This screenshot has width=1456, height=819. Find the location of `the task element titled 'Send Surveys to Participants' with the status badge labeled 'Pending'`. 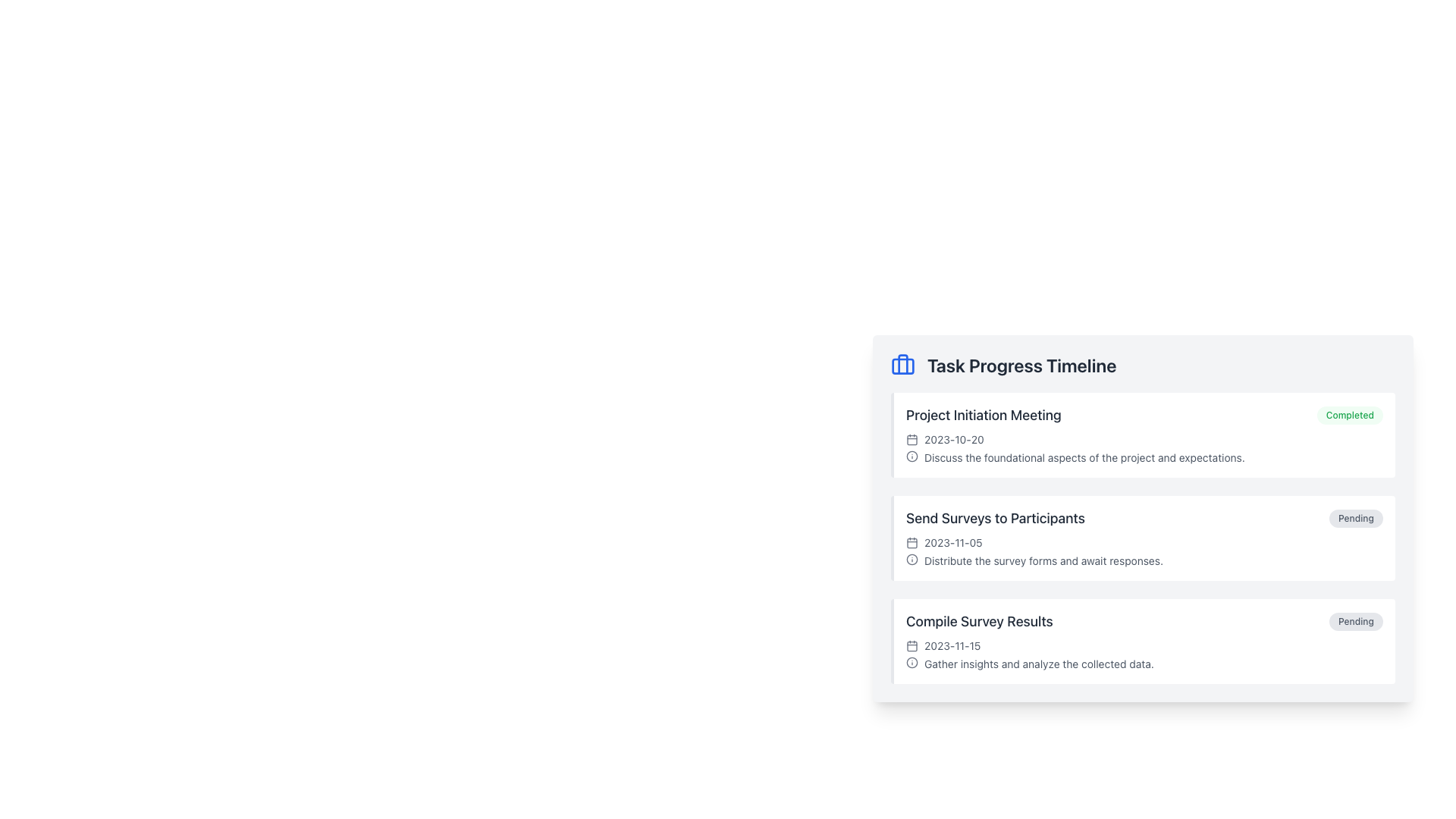

the task element titled 'Send Surveys to Participants' with the status badge labeled 'Pending' is located at coordinates (1144, 517).